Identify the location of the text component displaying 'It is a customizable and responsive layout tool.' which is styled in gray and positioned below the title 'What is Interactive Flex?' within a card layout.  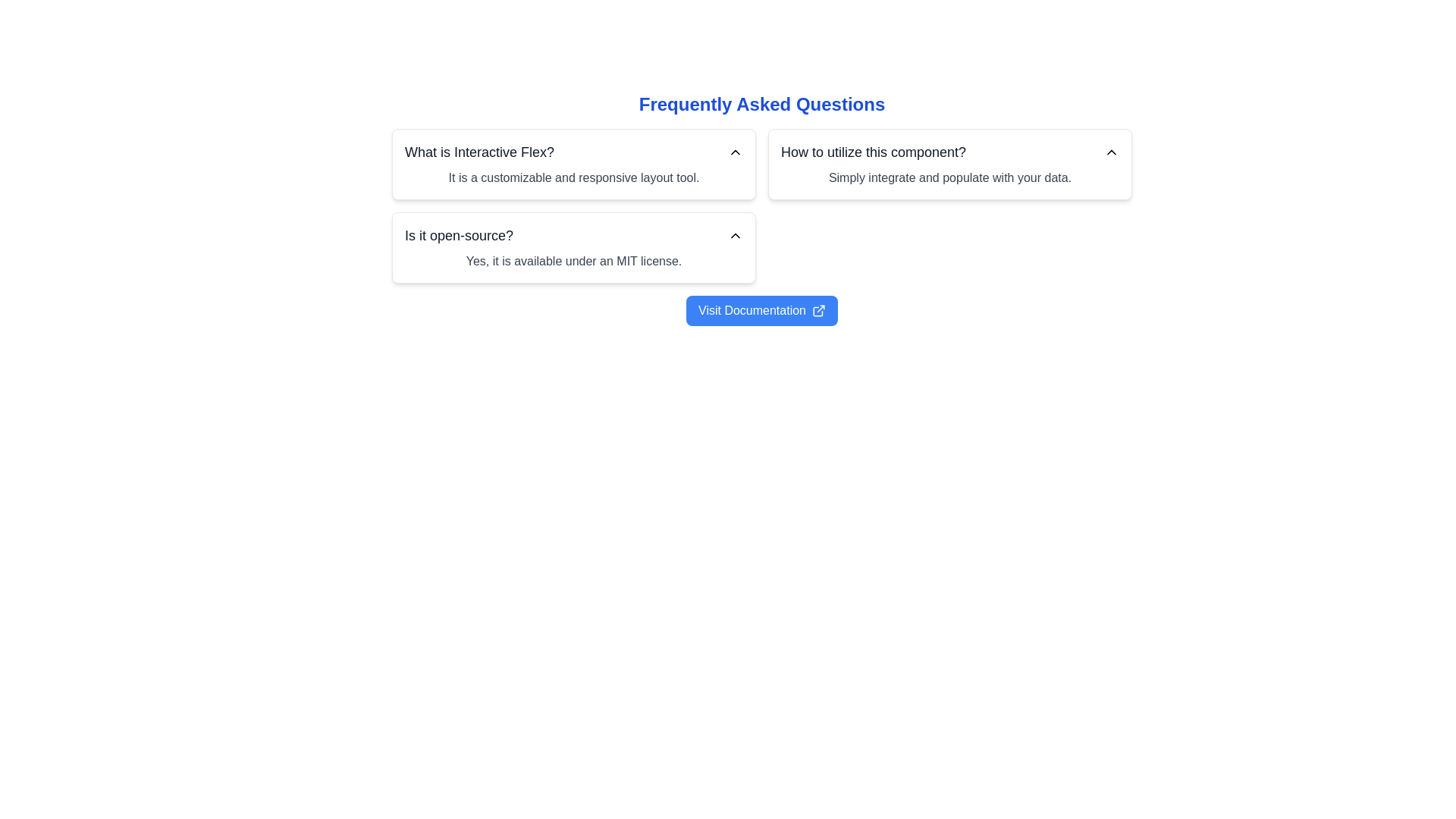
(573, 177).